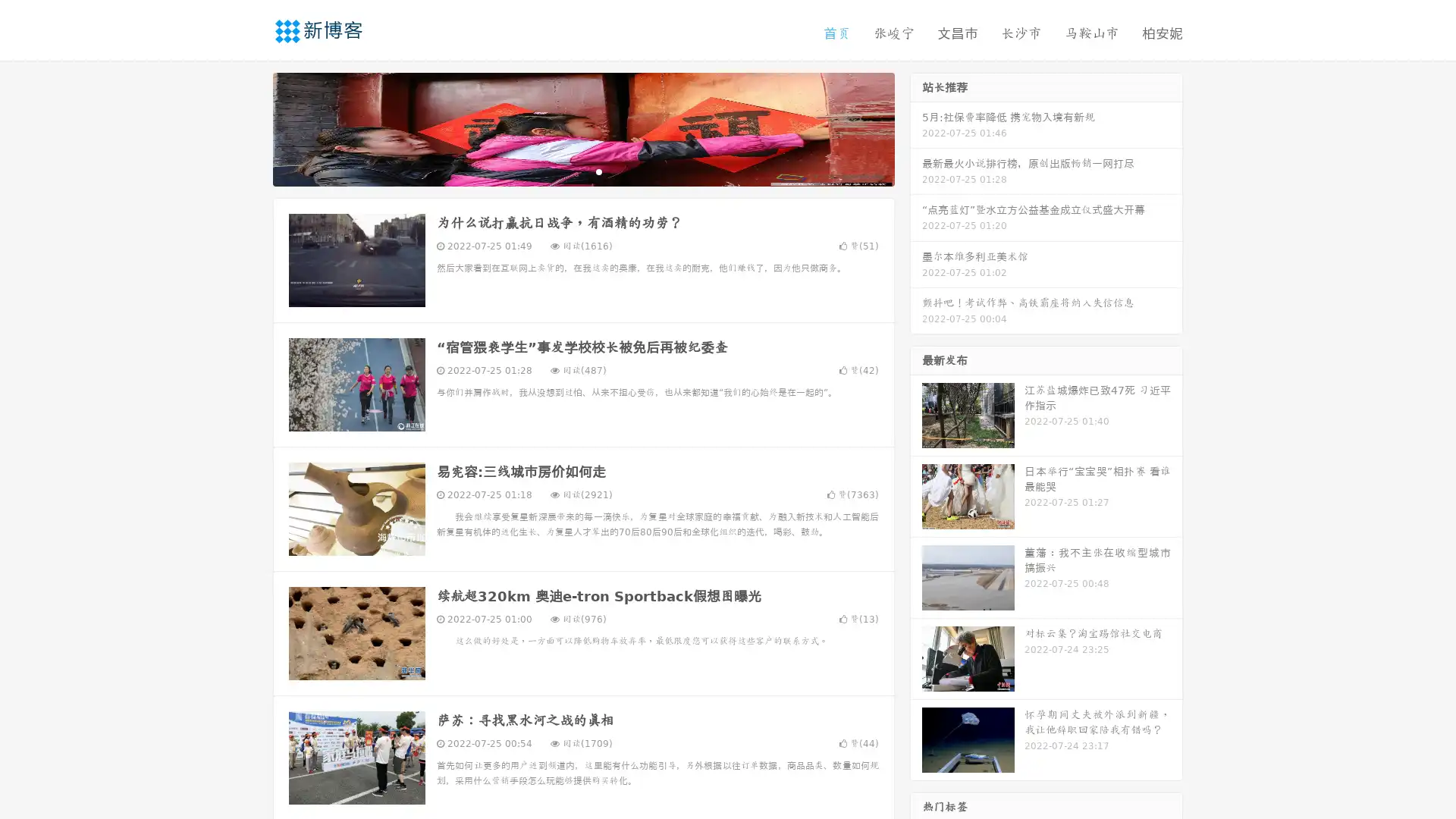 This screenshot has width=1456, height=819. What do you see at coordinates (567, 171) in the screenshot?
I see `Go to slide 1` at bounding box center [567, 171].